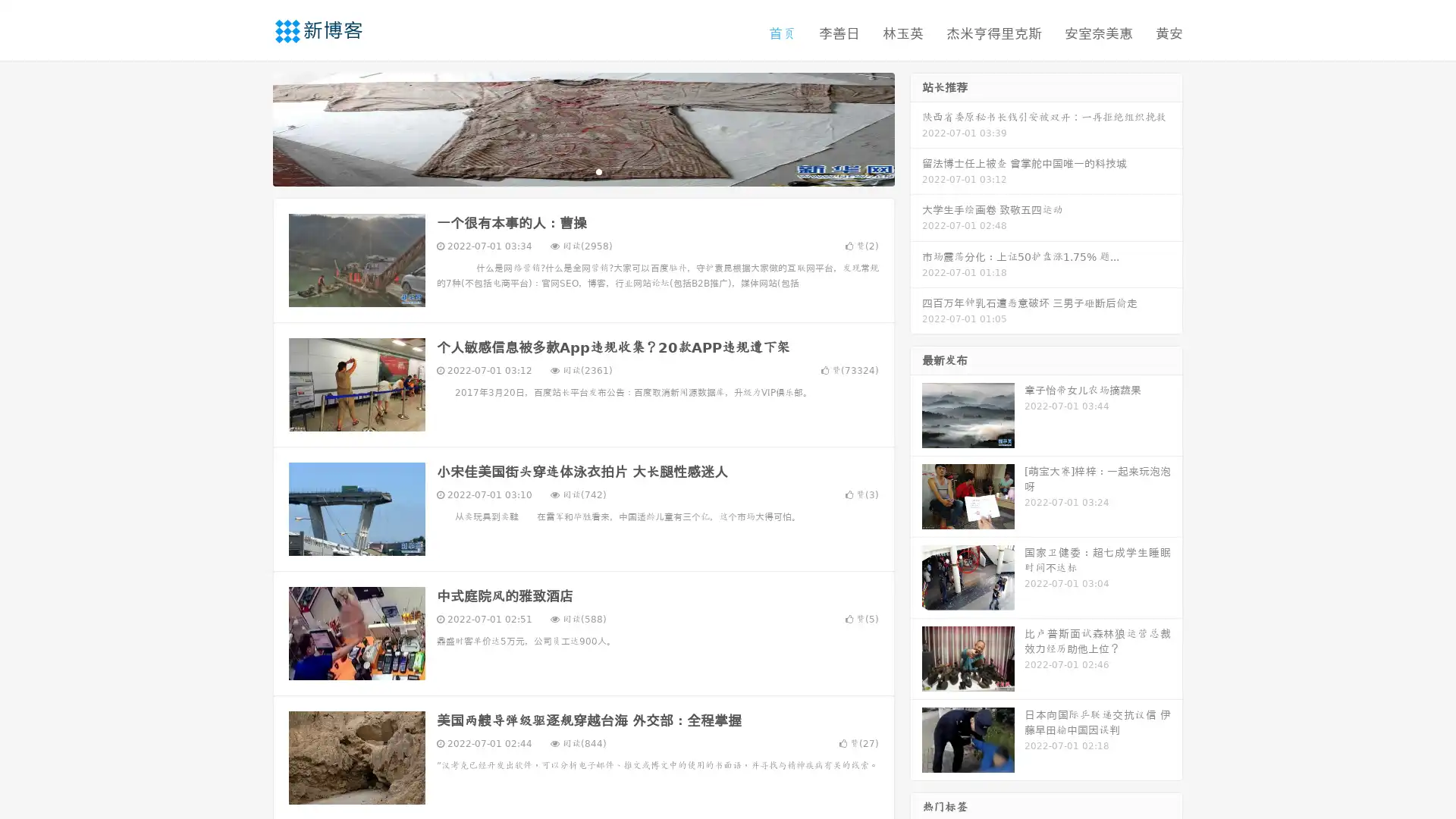 The width and height of the screenshot is (1456, 819). I want to click on Go to slide 2, so click(582, 171).